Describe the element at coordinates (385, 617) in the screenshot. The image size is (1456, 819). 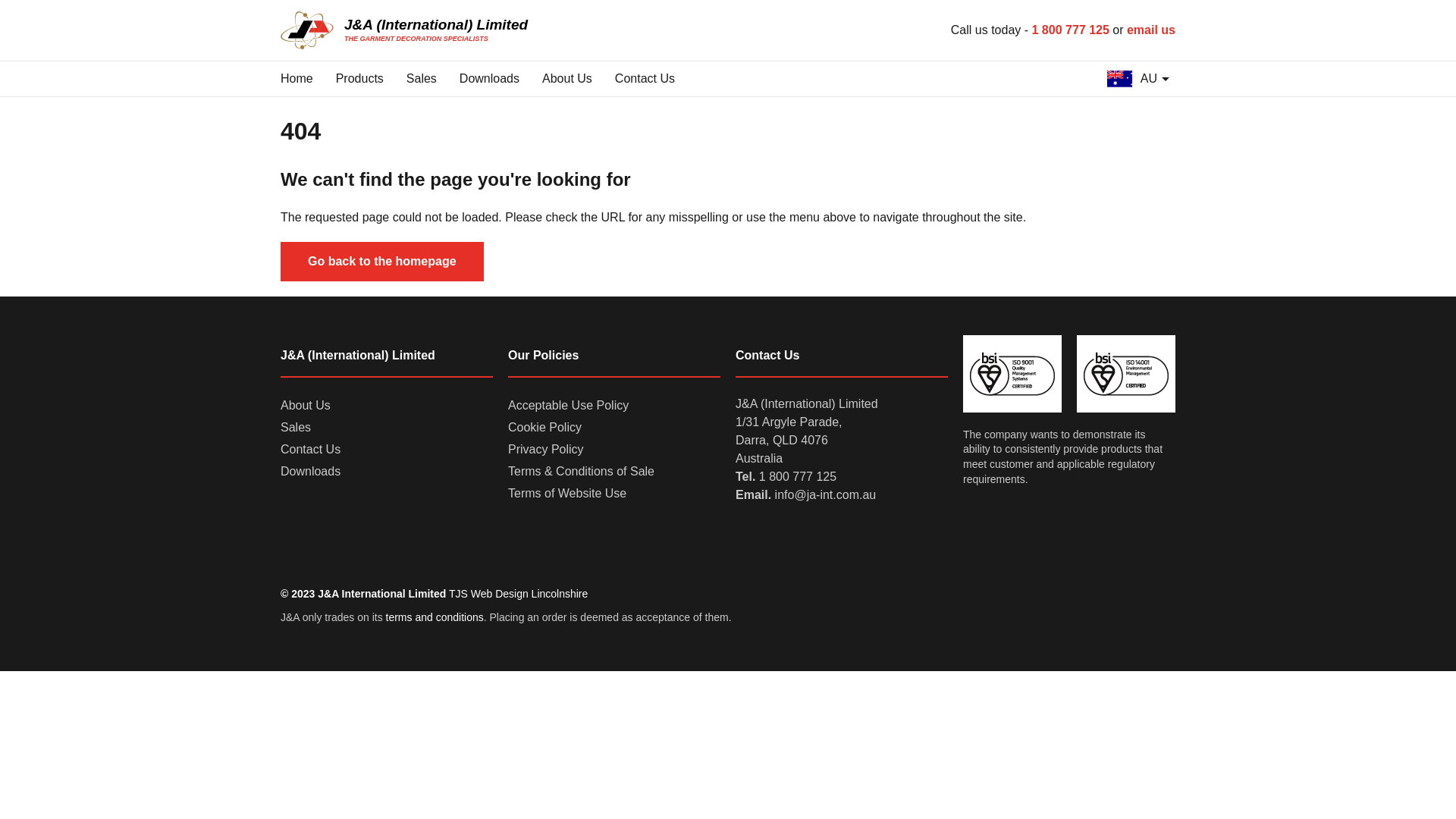
I see `'terms and conditions'` at that location.